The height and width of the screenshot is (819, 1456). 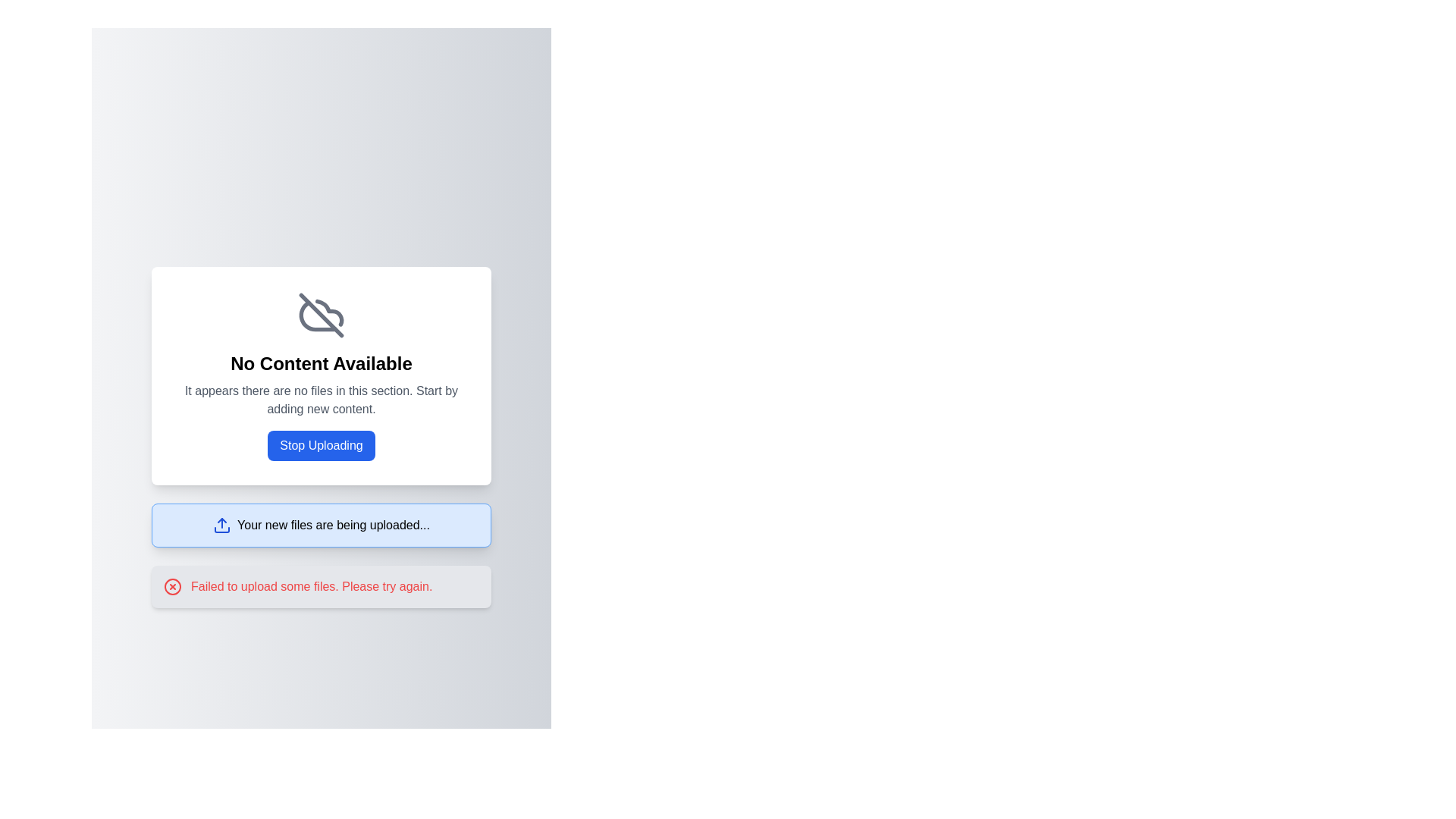 What do you see at coordinates (172, 586) in the screenshot?
I see `the error indication icon located in the horizontal notification box with a gray background, positioned to the left of the explanatory message stating 'Failed to upload some files. Please try again.'` at bounding box center [172, 586].